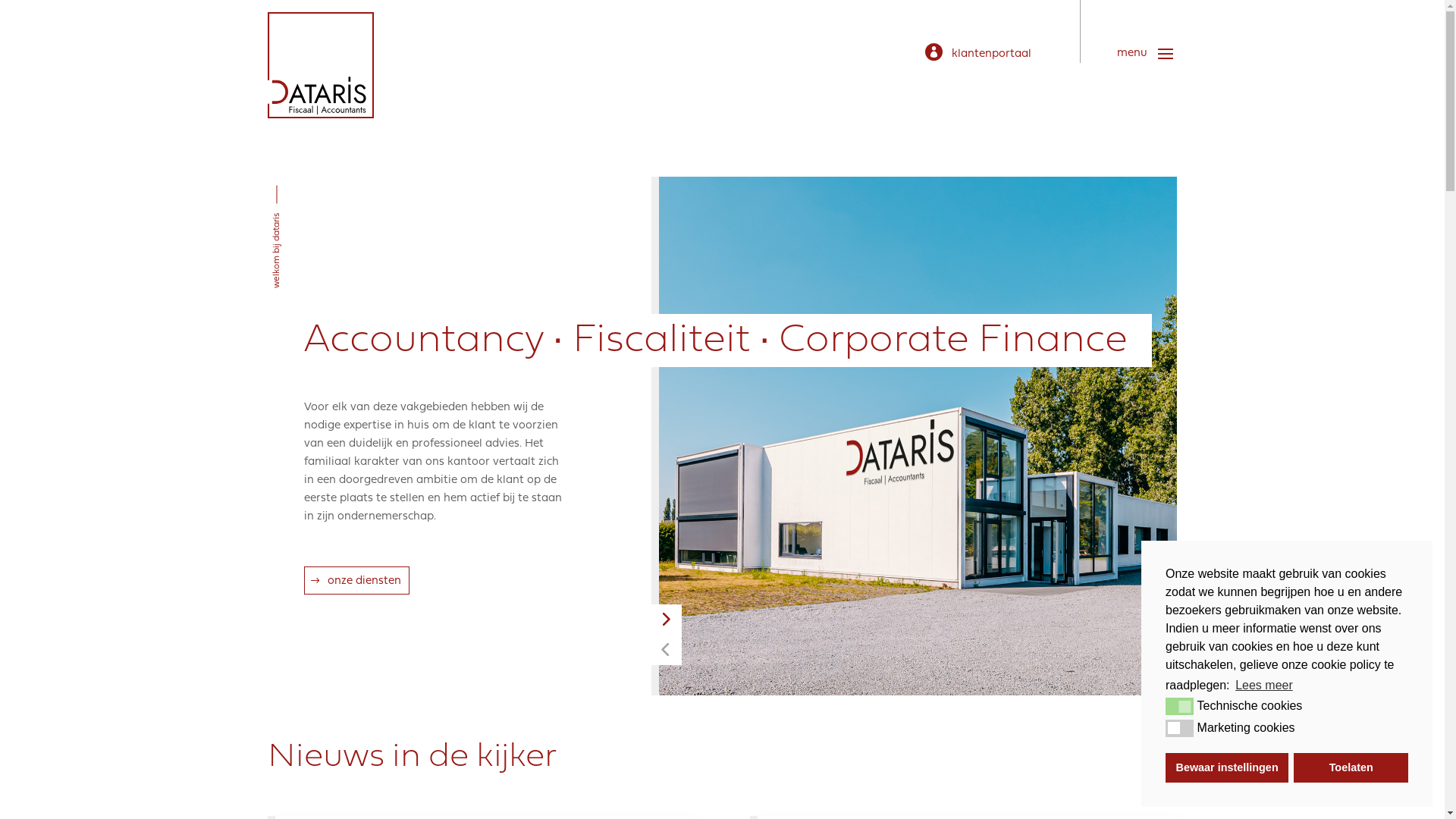  What do you see at coordinates (924, 53) in the screenshot?
I see `'klantenportaal'` at bounding box center [924, 53].